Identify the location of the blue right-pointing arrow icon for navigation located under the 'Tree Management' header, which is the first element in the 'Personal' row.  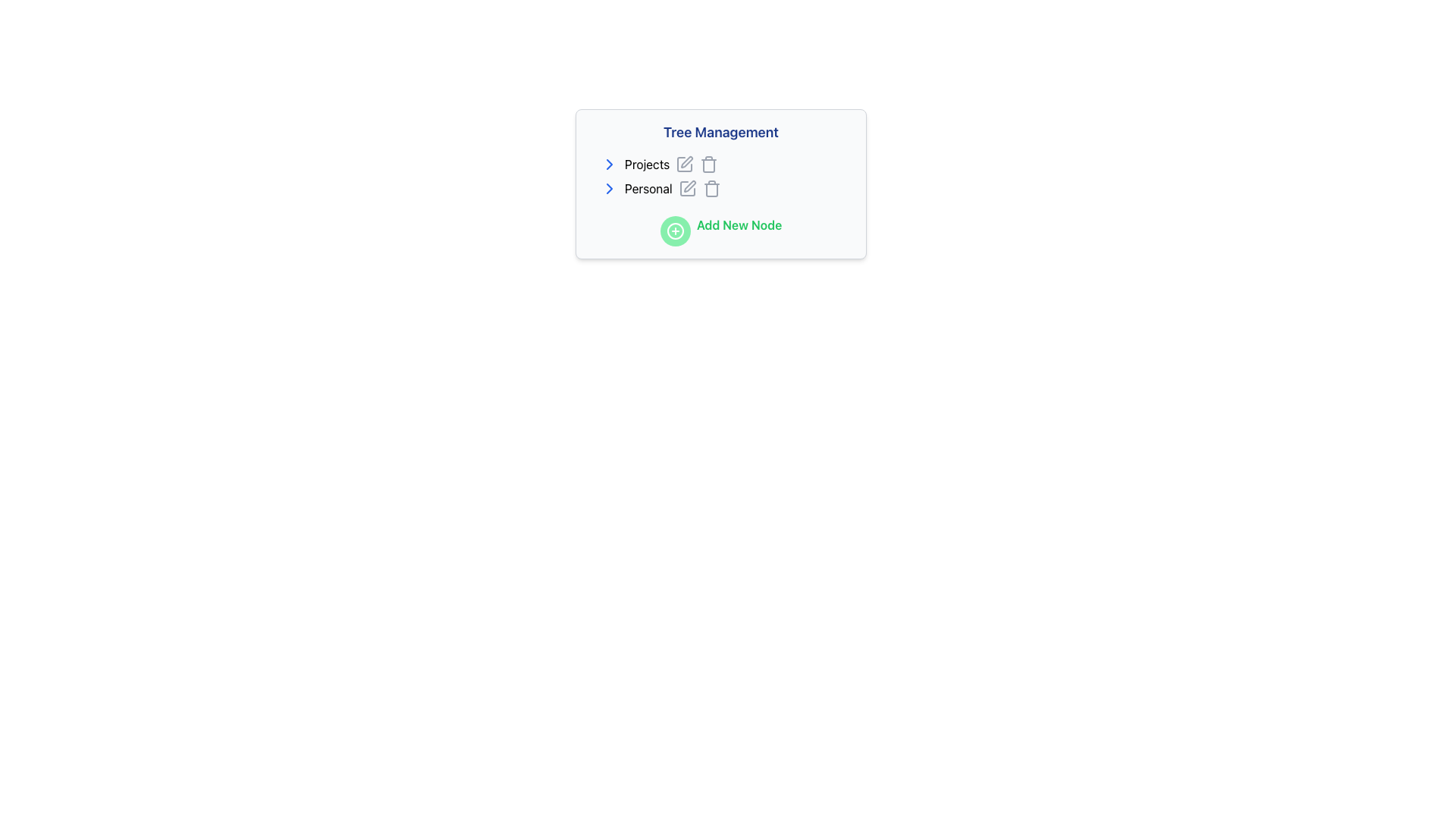
(610, 188).